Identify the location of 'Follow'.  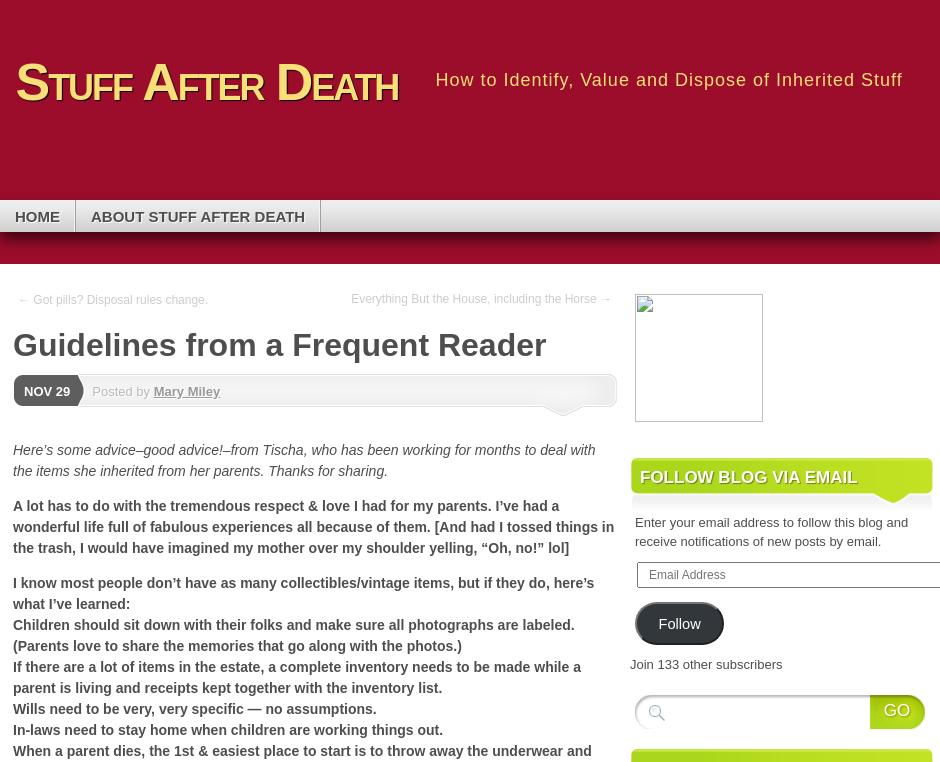
(677, 623).